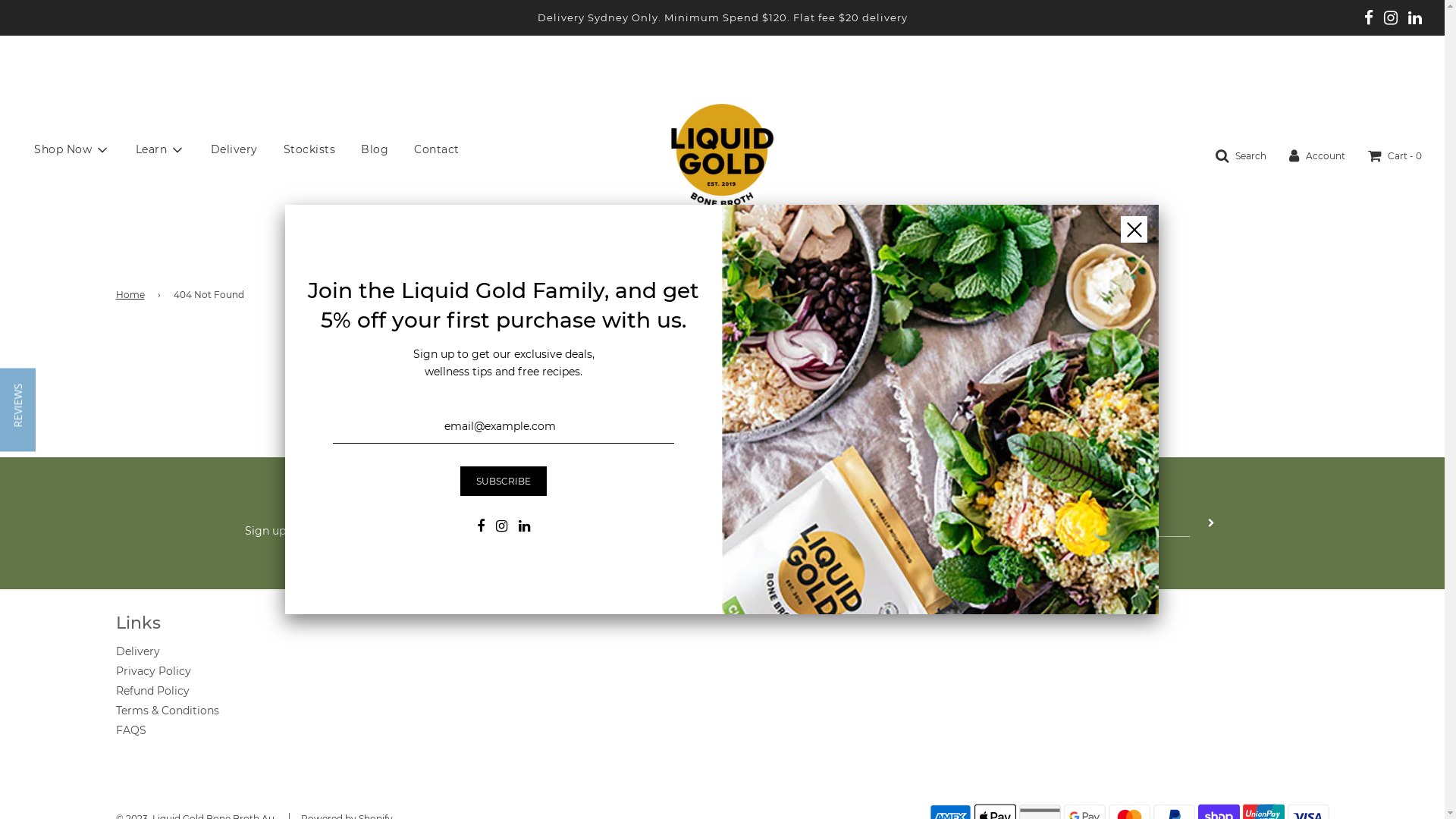 Image resolution: width=1456 pixels, height=819 pixels. Describe the element at coordinates (1216, 155) in the screenshot. I see `'Search'` at that location.